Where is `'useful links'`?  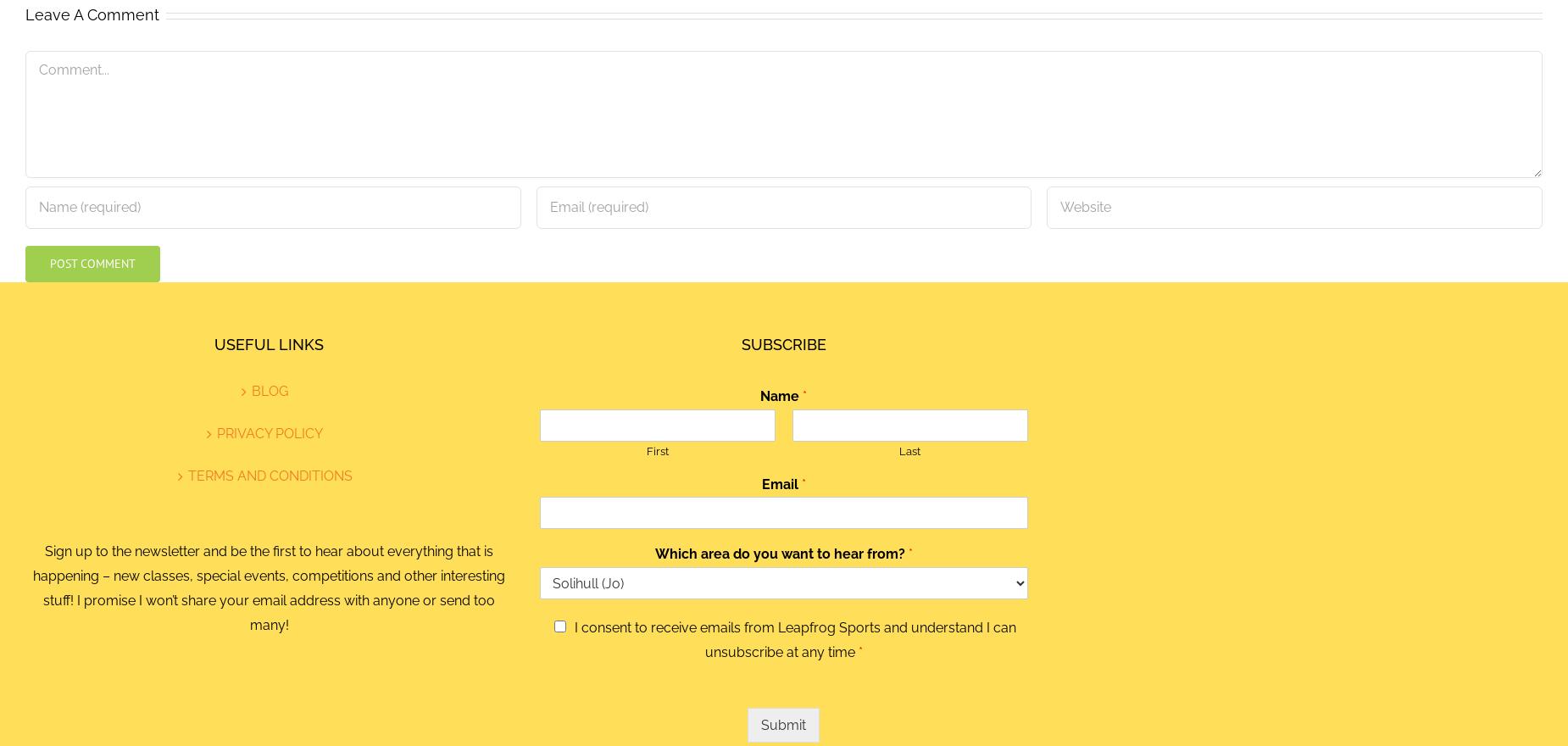 'useful links' is located at coordinates (268, 343).